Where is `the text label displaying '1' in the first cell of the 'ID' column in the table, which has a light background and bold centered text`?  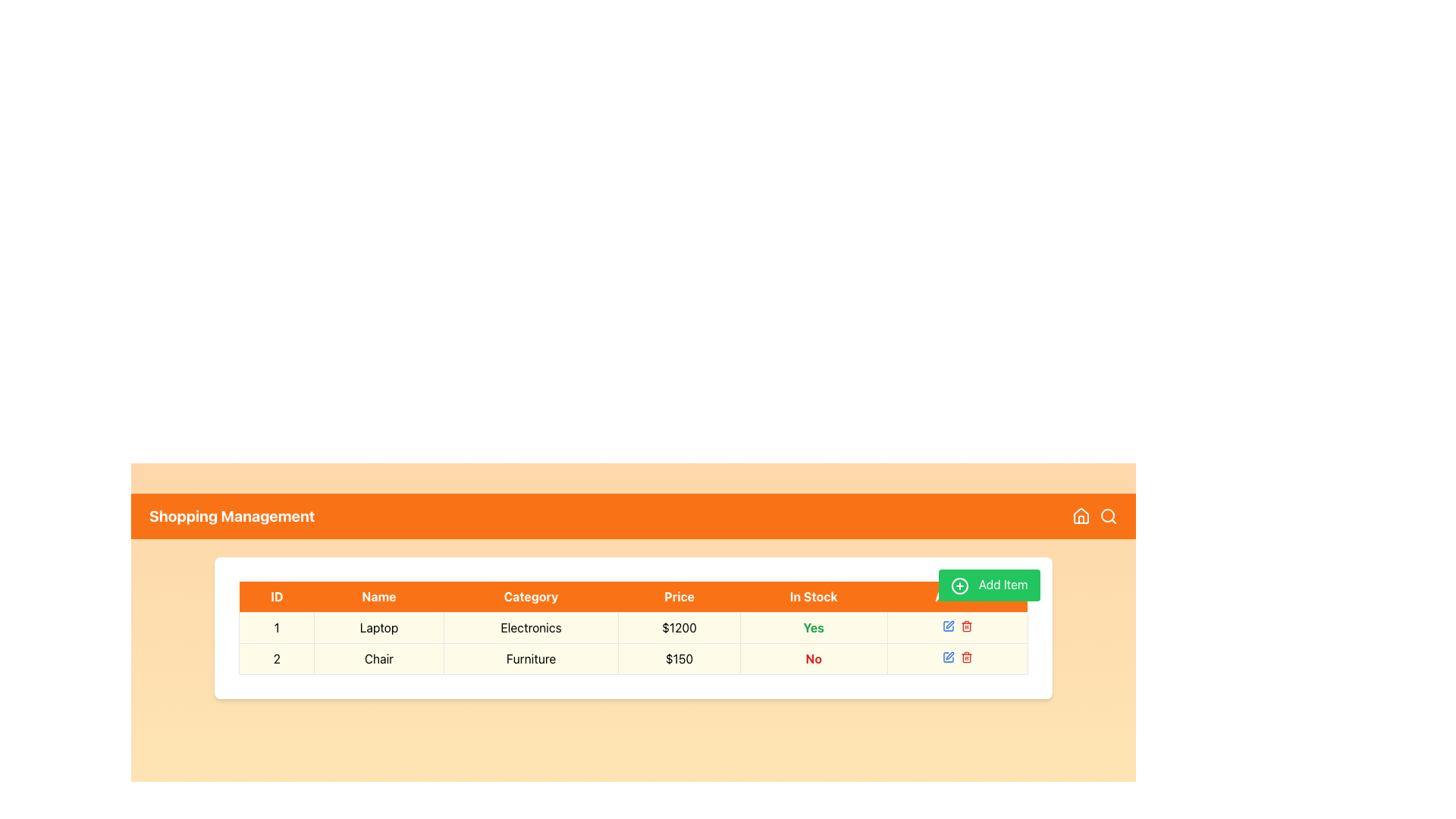
the text label displaying '1' in the first cell of the 'ID' column in the table, which has a light background and bold centered text is located at coordinates (277, 628).